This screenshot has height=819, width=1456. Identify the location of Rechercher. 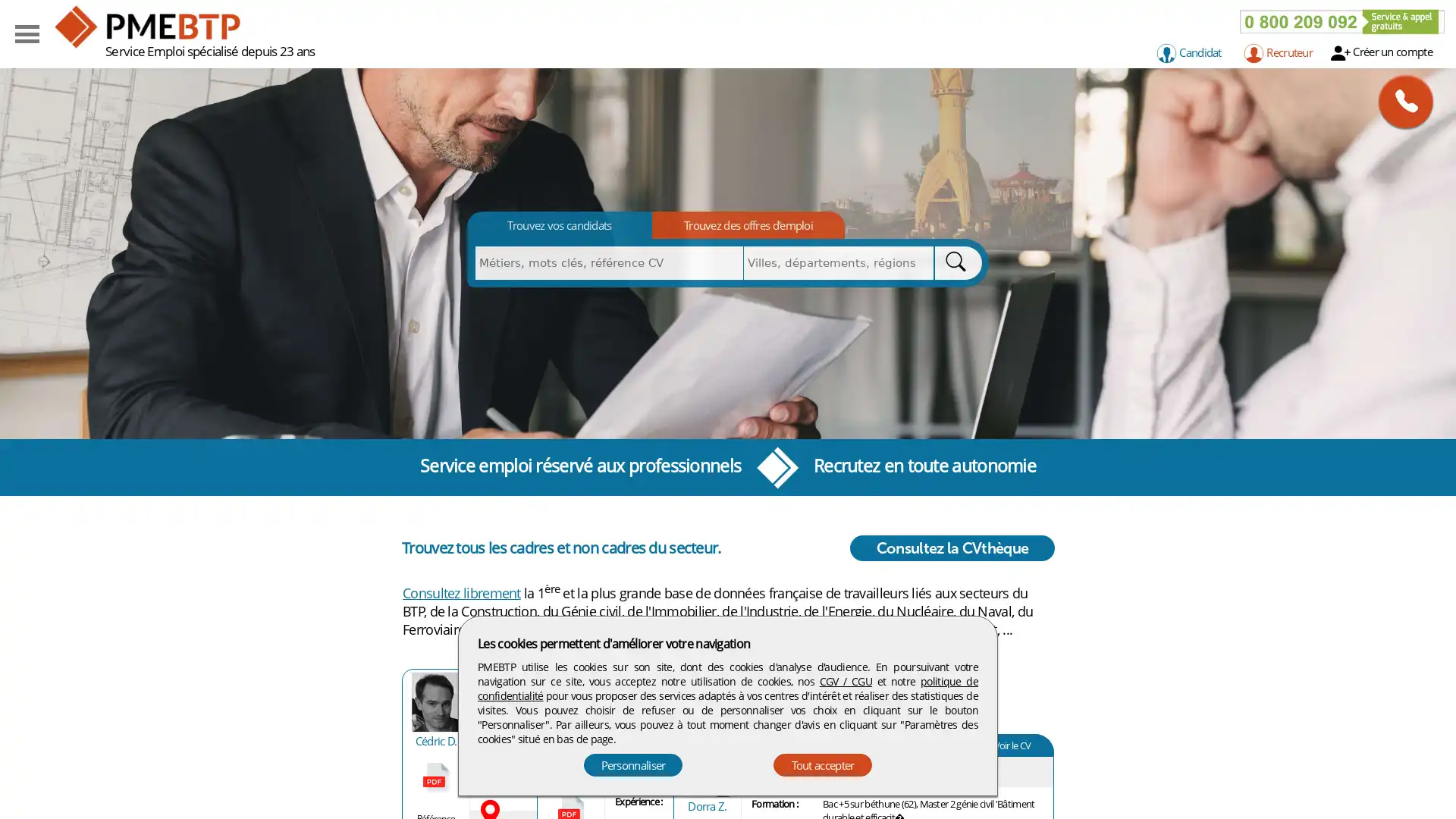
(956, 262).